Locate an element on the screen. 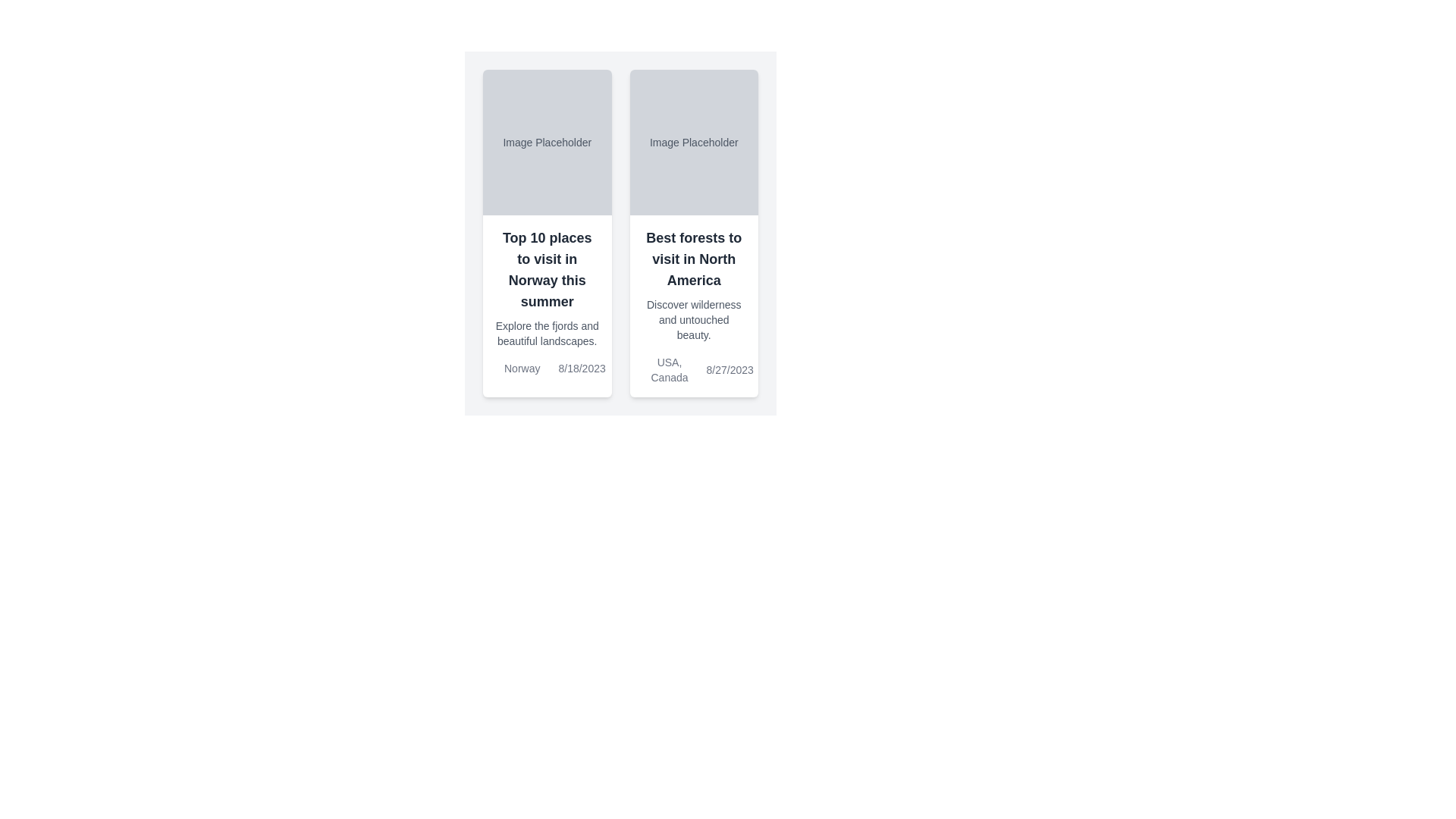 The height and width of the screenshot is (819, 1456). the Informational Card displaying 'Top 10 places to visit in Norway this summer' which has a white background and rounded corners is located at coordinates (546, 234).